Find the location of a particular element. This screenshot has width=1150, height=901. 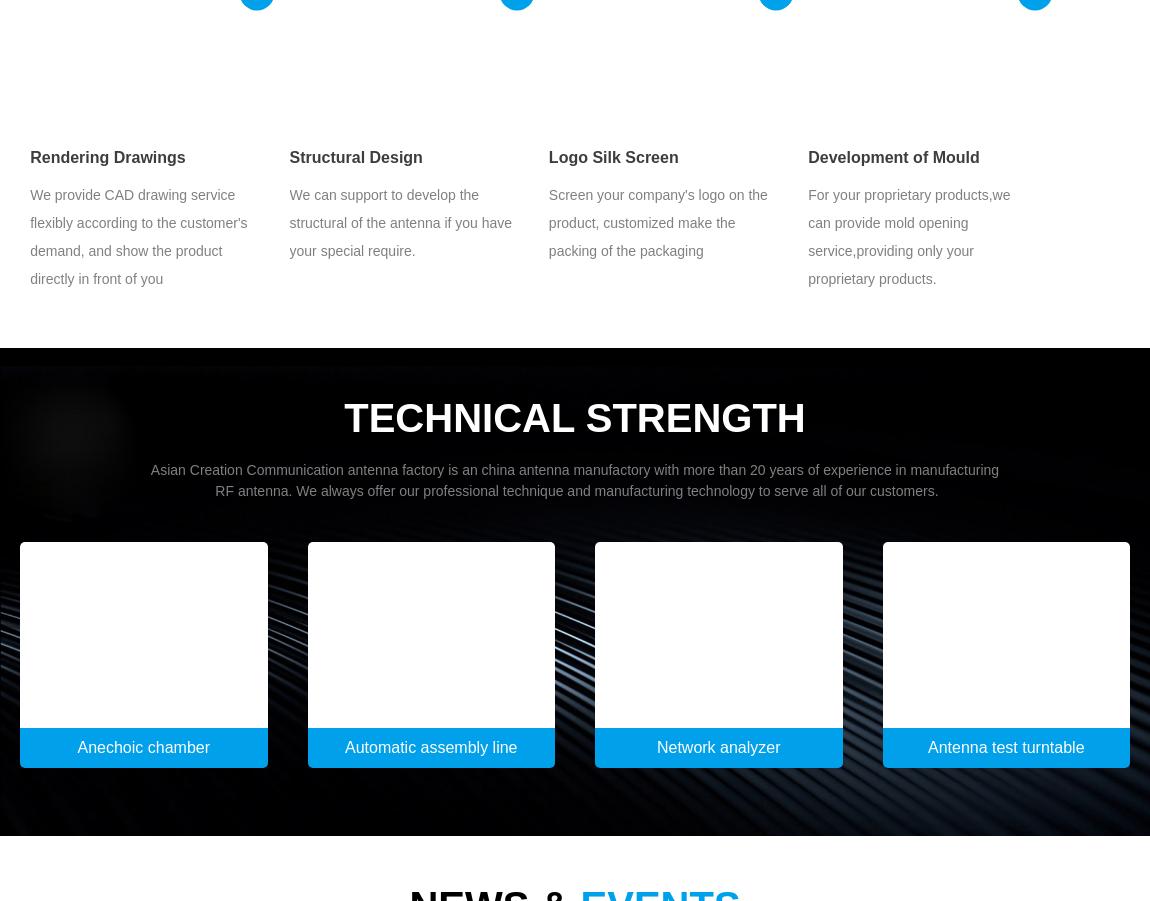

'Screen your company's logo on the product, customized make the packing of the packaging' is located at coordinates (656, 221).